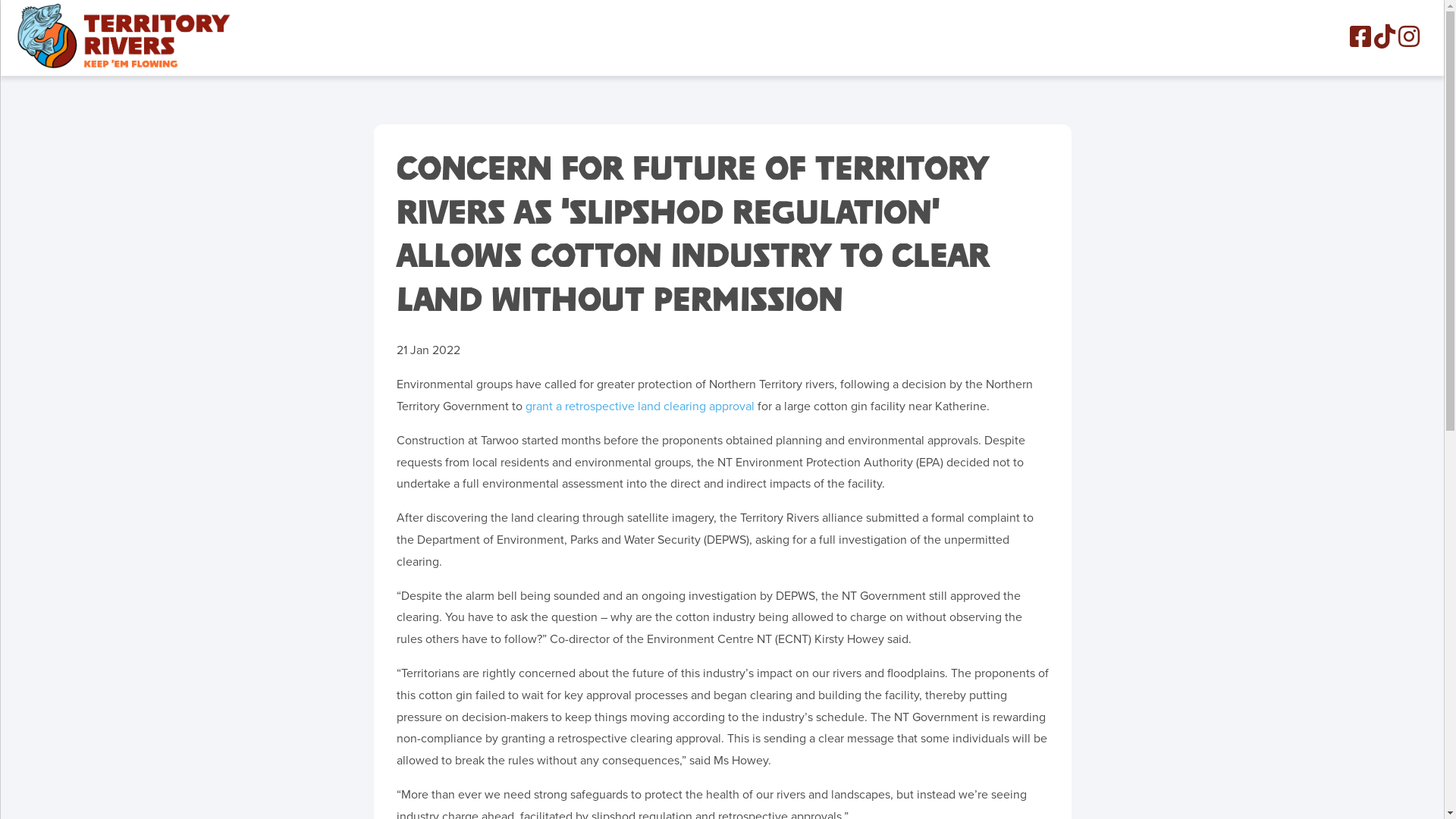  What do you see at coordinates (1384, 35) in the screenshot?
I see `'TikTok'` at bounding box center [1384, 35].